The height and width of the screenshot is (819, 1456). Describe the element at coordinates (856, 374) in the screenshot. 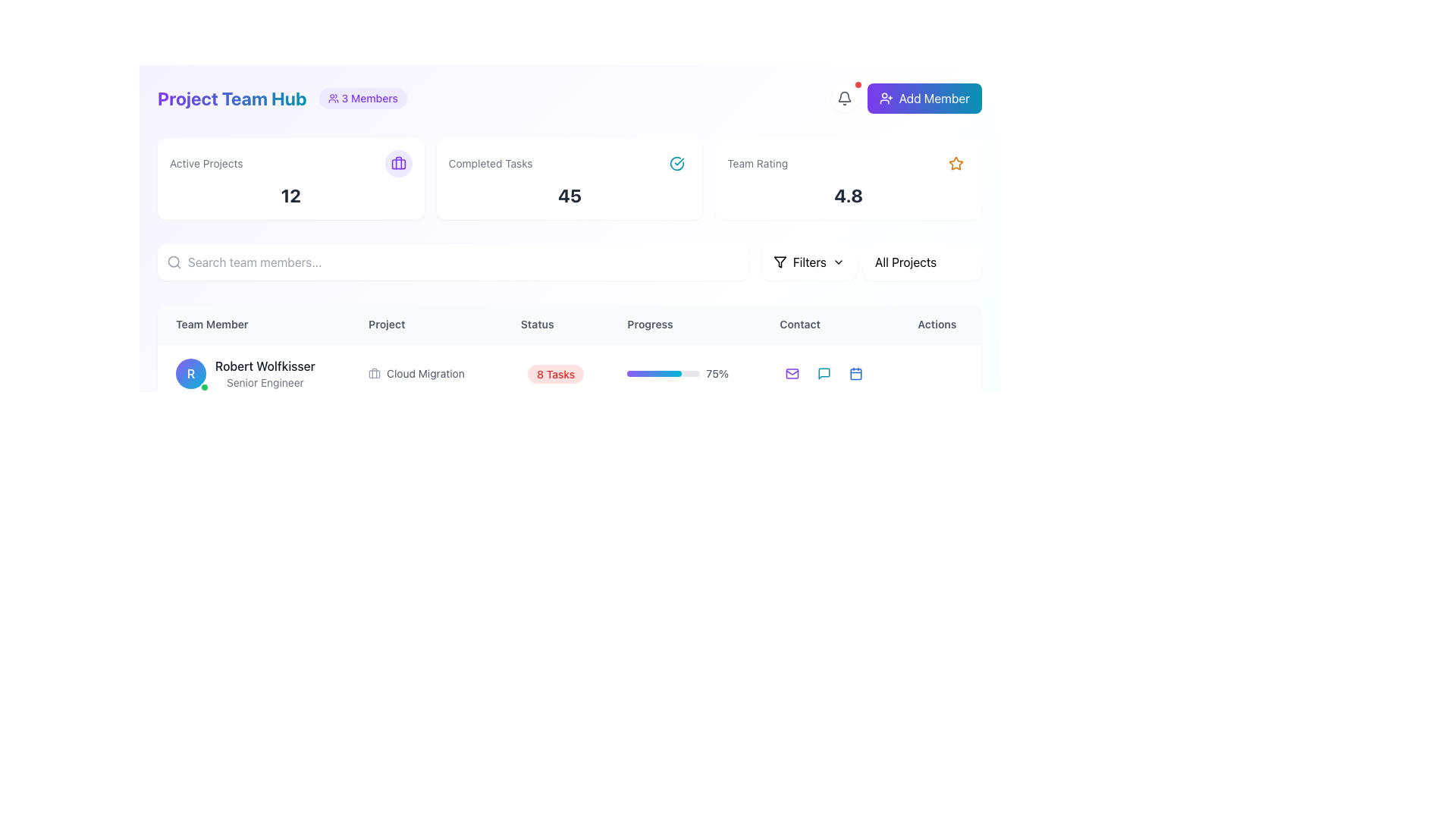

I see `the blue calendar icon with a rounded square outline located in the 'Actions' column of the table, in the last cell of the row for 'Robert Wolfkisser'` at that location.